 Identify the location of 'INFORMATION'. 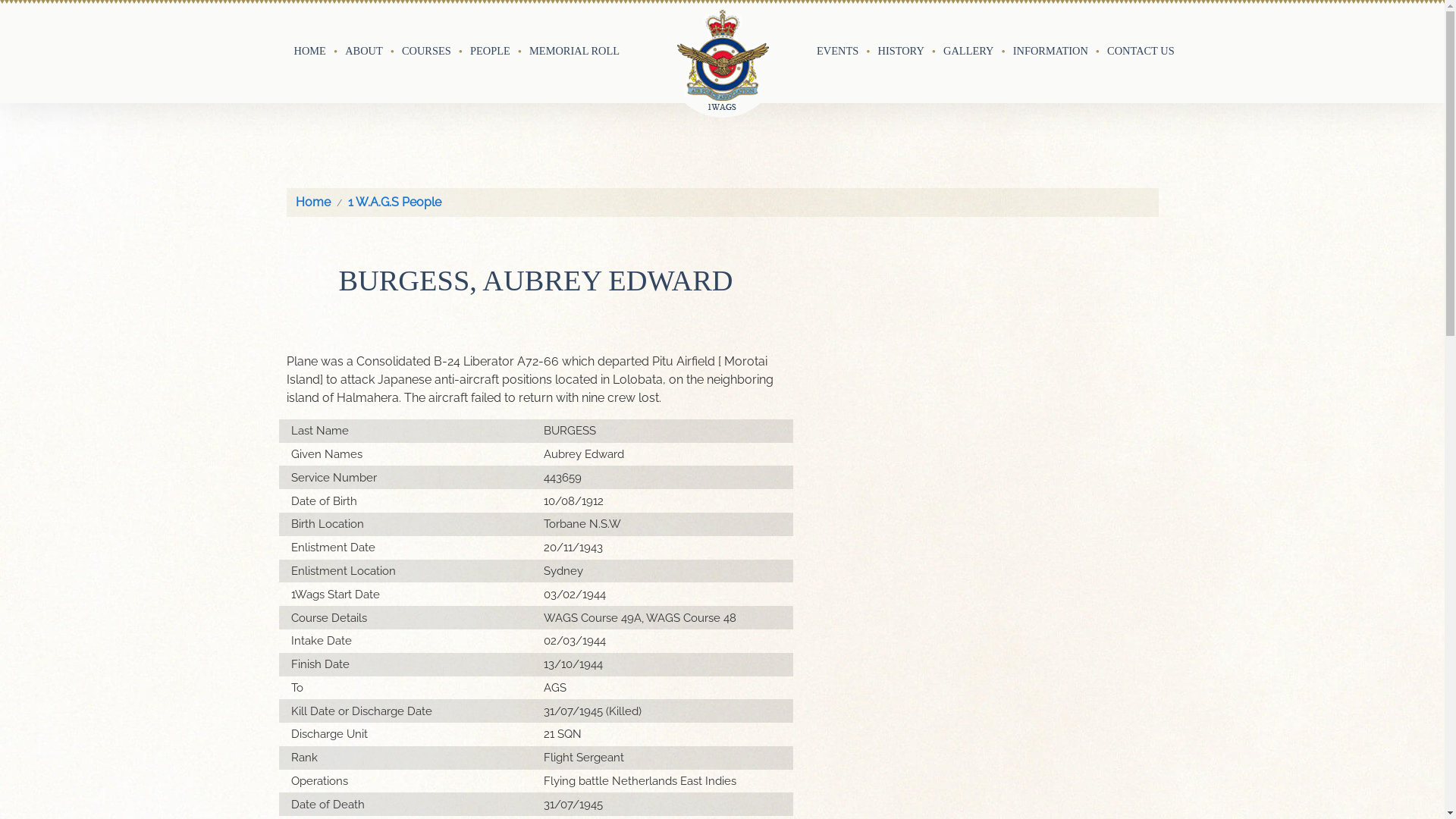
(1050, 50).